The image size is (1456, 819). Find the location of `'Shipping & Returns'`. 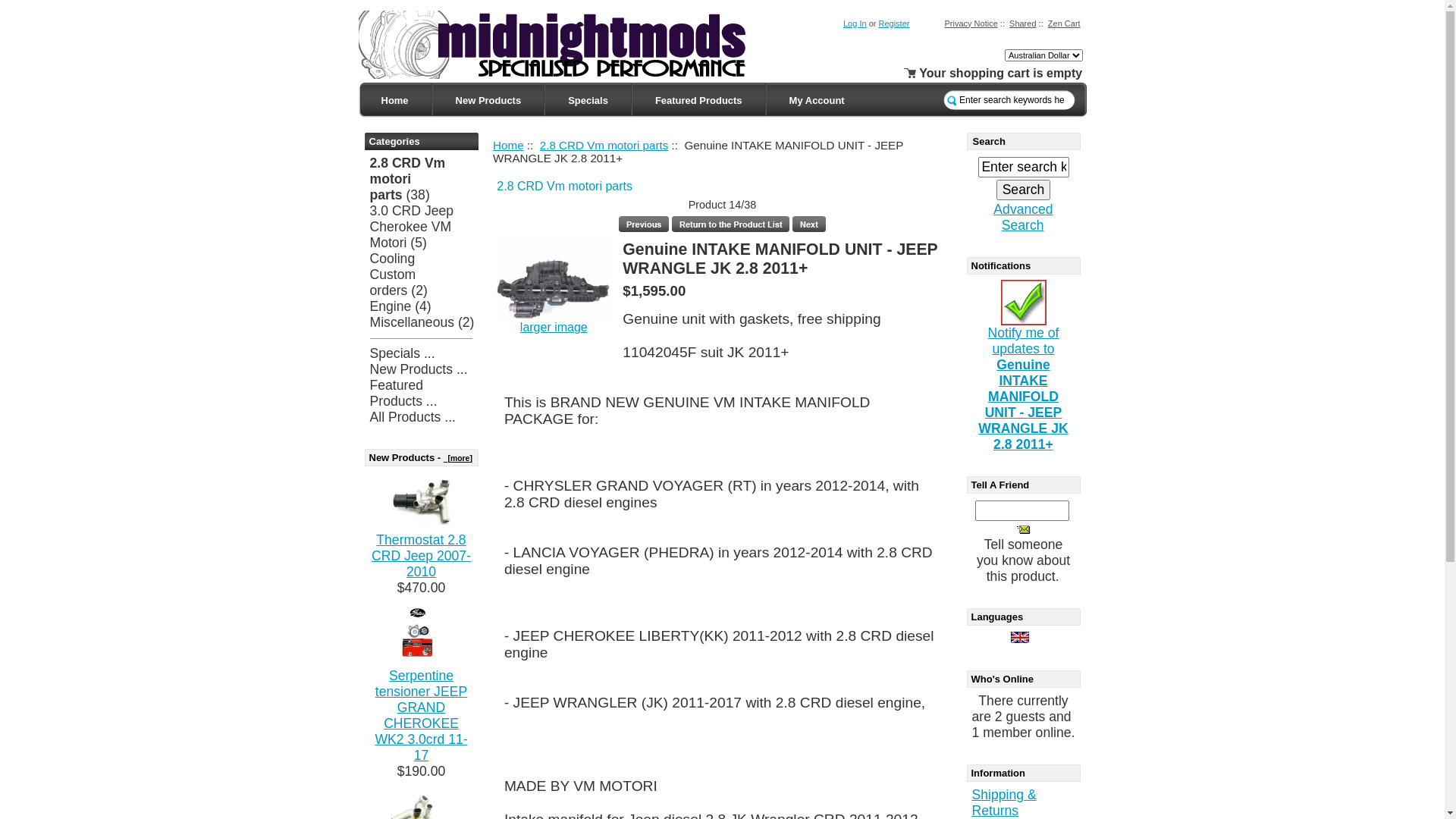

'Shipping & Returns' is located at coordinates (1004, 802).